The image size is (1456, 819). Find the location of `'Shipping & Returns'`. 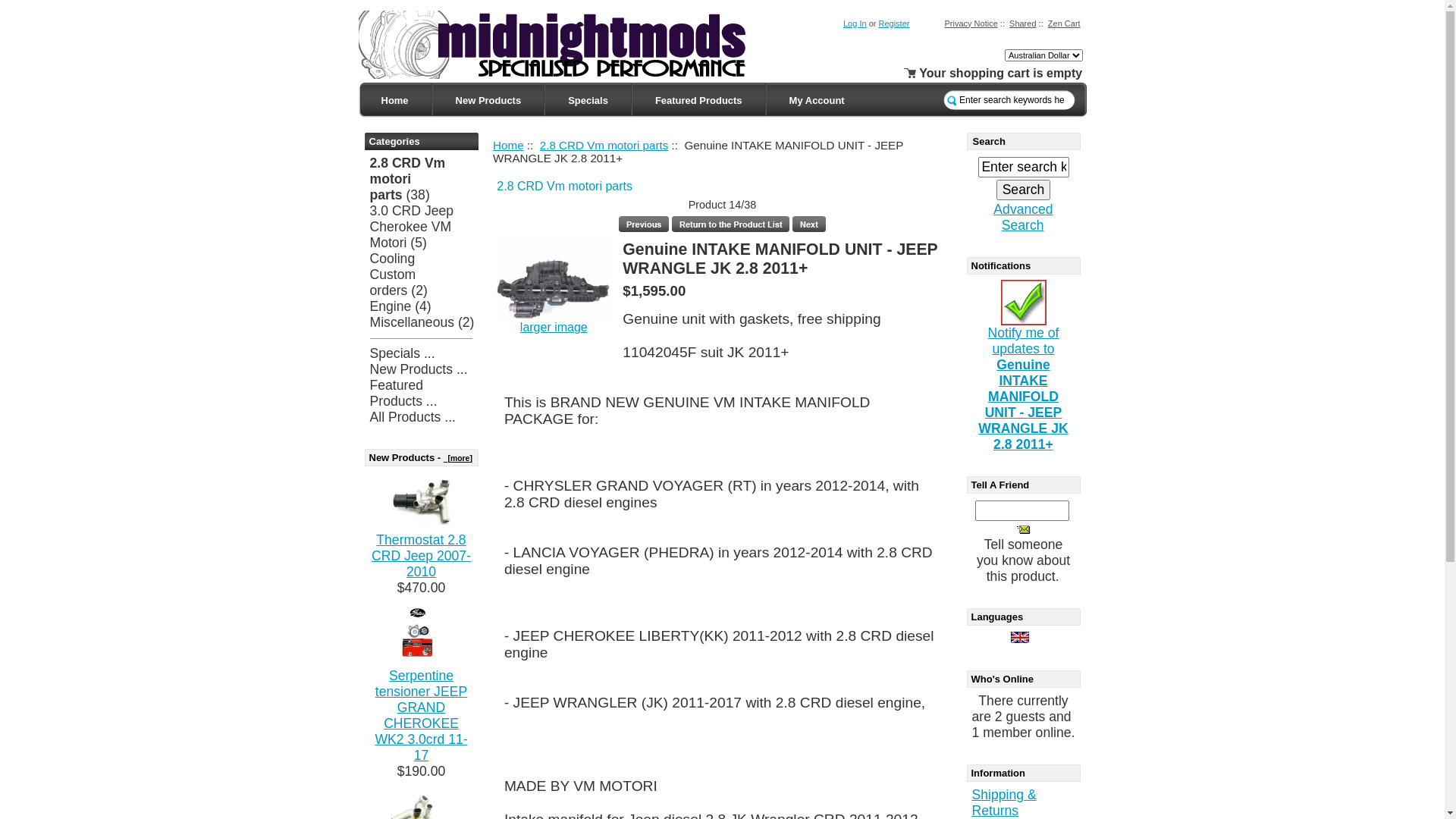

'Shipping & Returns' is located at coordinates (1004, 802).